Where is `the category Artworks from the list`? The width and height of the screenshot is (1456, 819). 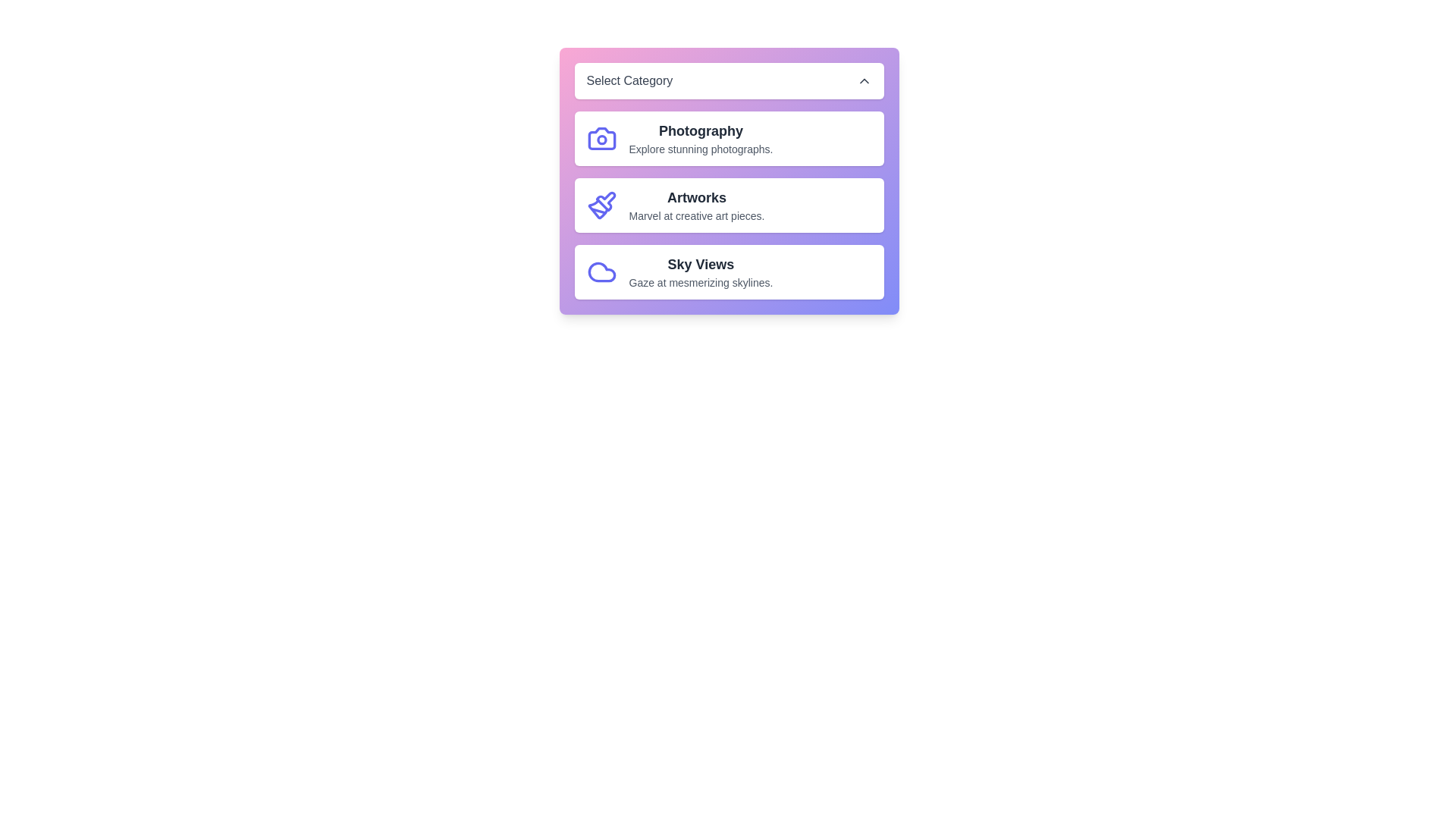
the category Artworks from the list is located at coordinates (729, 205).